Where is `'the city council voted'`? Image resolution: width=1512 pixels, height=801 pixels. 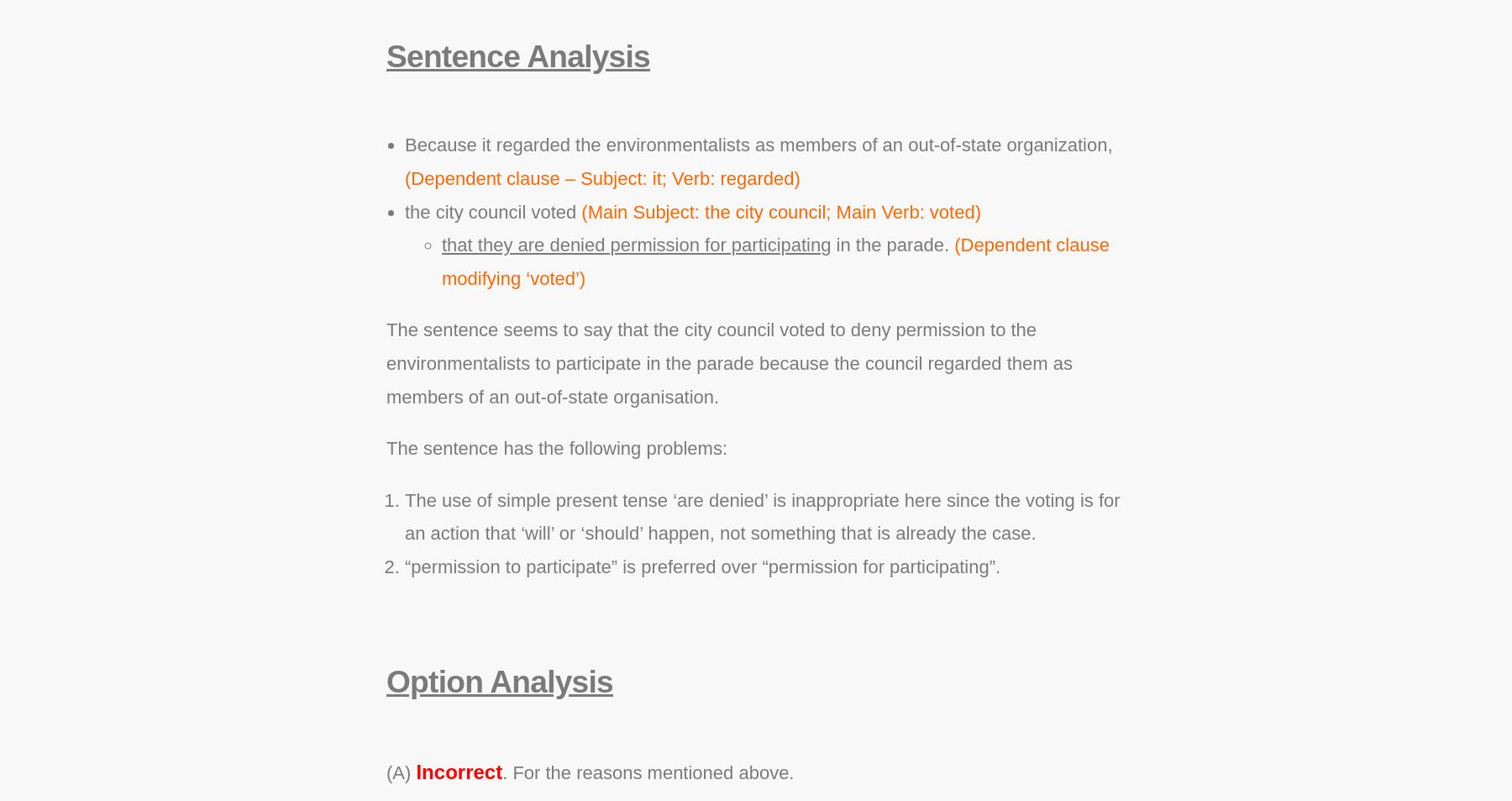
'the city council voted' is located at coordinates (493, 210).